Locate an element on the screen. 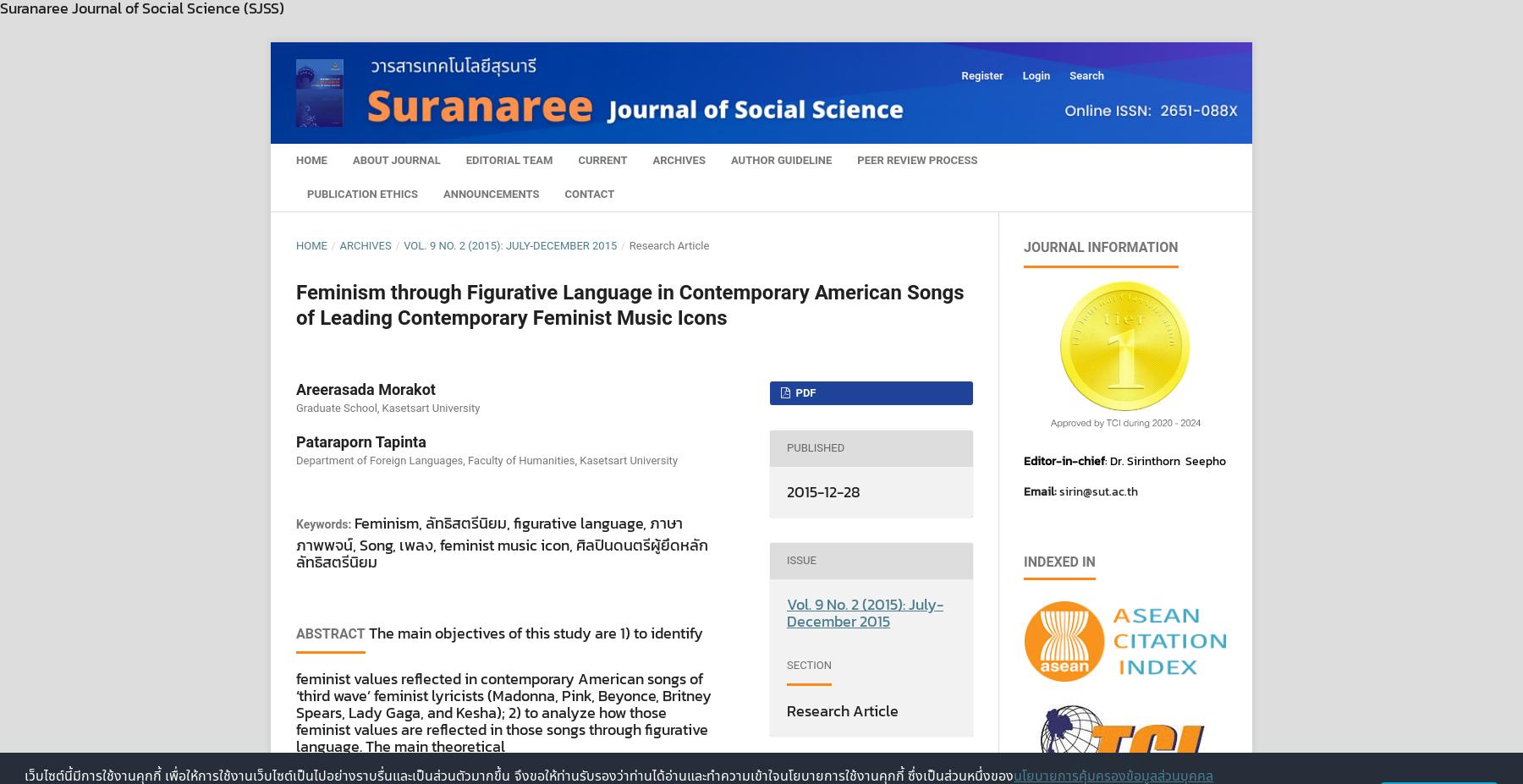 The height and width of the screenshot is (784, 1523). 'Editor-in-chief' is located at coordinates (1064, 461).